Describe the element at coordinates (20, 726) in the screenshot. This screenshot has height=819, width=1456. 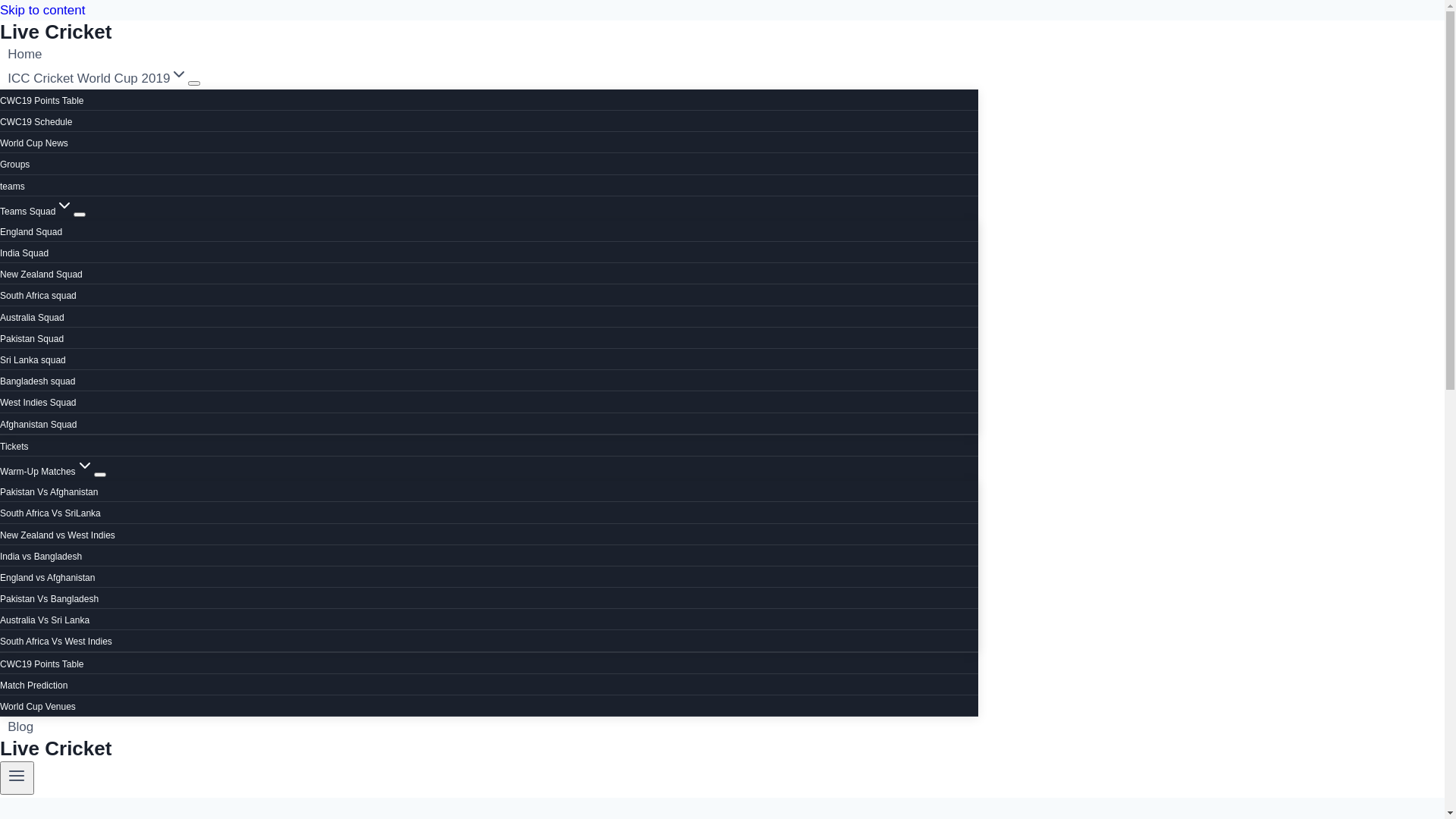
I see `'Blog'` at that location.